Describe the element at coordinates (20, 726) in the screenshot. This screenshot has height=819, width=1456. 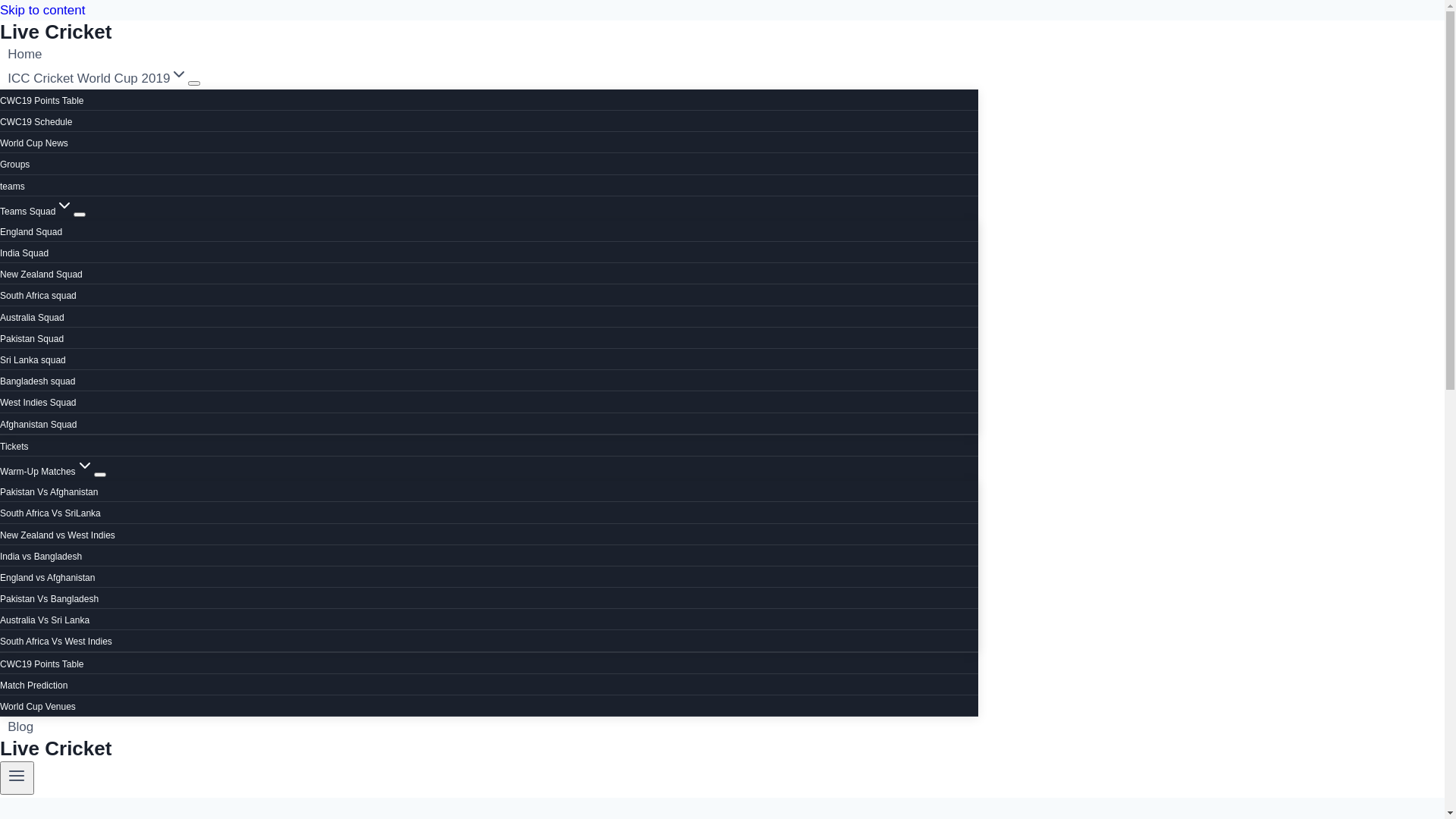
I see `'Blog'` at that location.